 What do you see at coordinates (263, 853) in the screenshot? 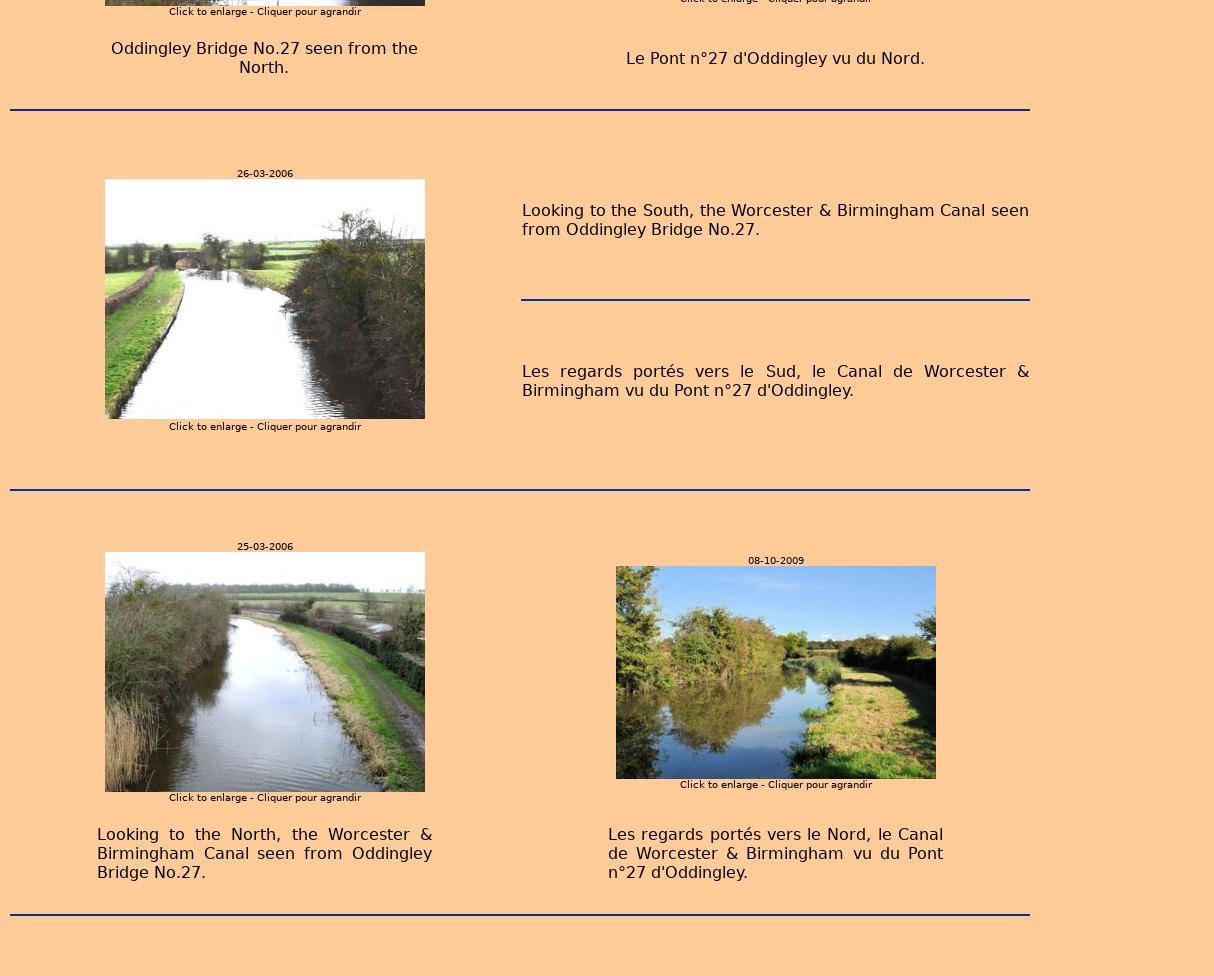
I see `'Looking to the North, the Worcester & Birmingham Canal seen from Oddingley Bridge No.27.'` at bounding box center [263, 853].